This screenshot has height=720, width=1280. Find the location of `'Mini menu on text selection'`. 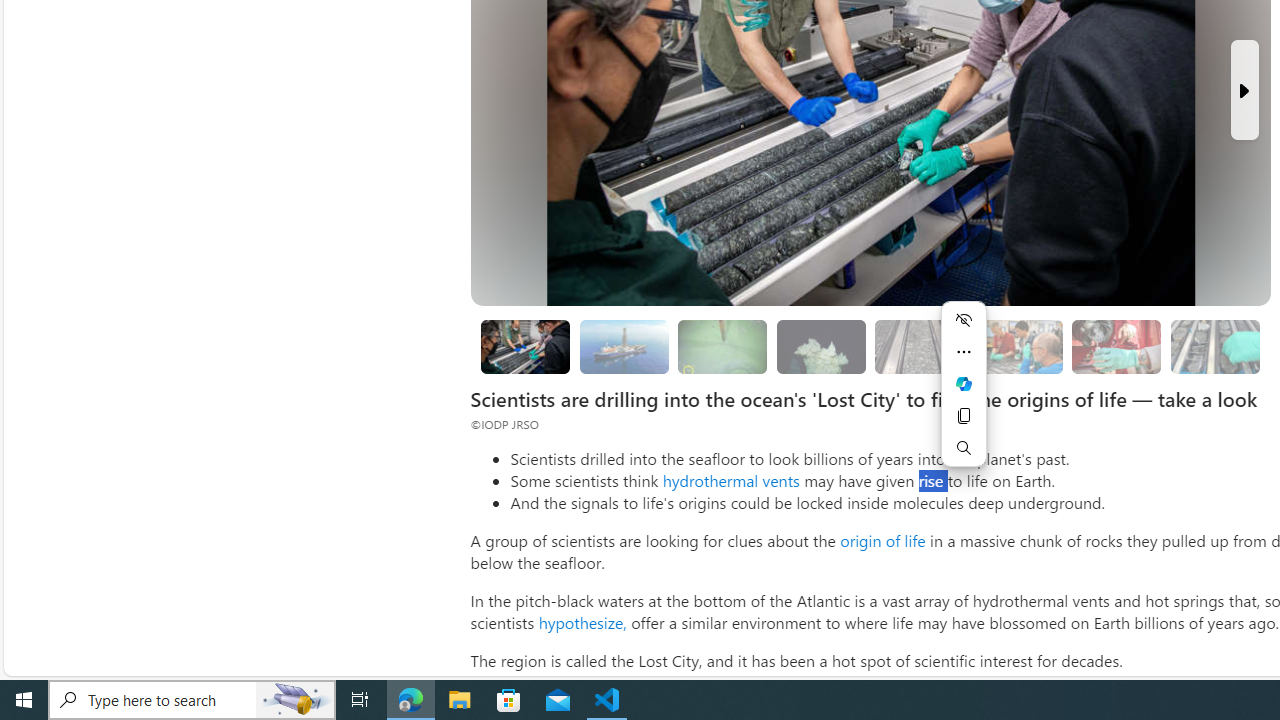

'Mini menu on text selection' is located at coordinates (963, 383).